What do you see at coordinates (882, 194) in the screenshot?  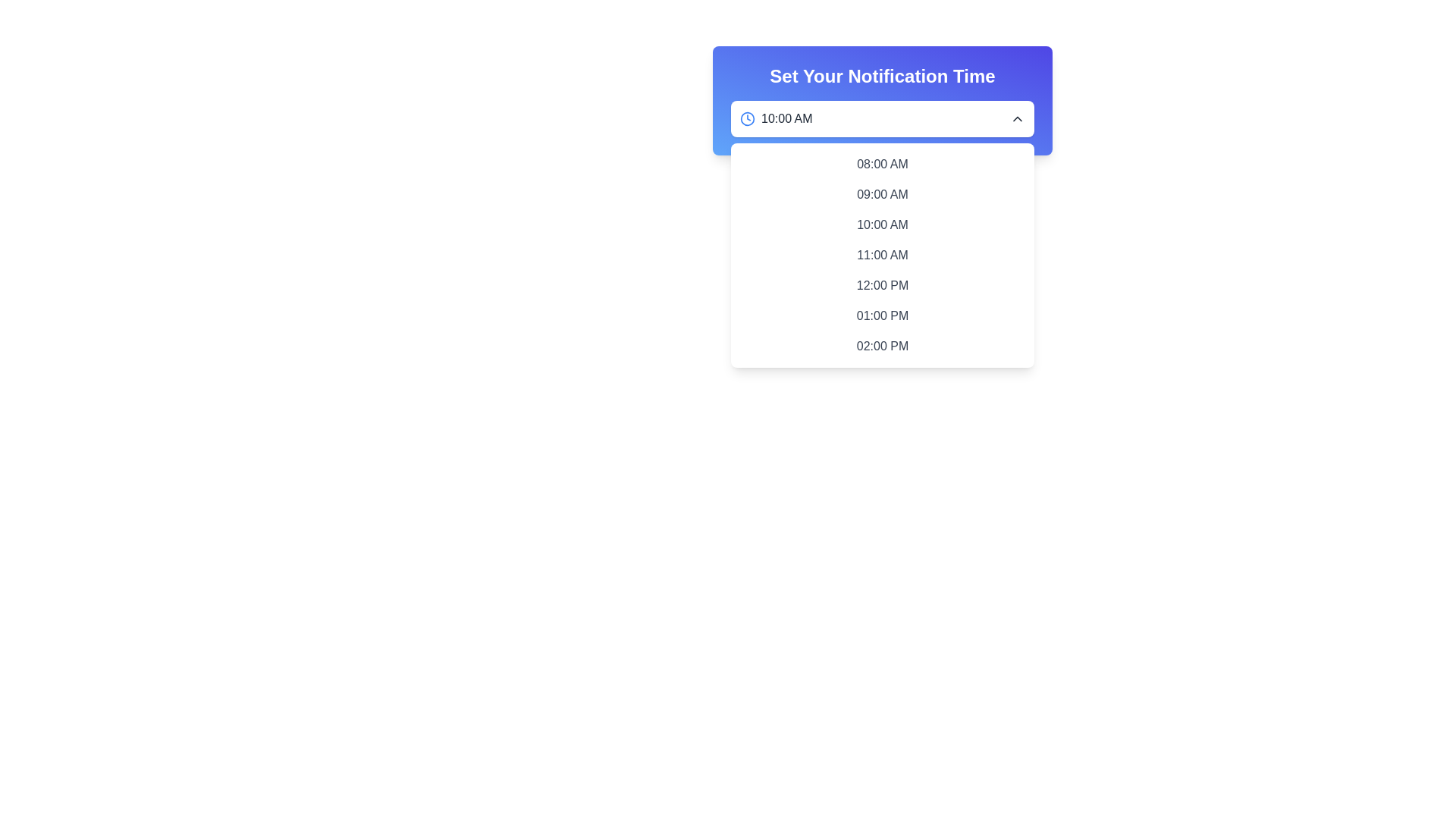 I see `the dropdown menu item displaying '09:00 AM'` at bounding box center [882, 194].